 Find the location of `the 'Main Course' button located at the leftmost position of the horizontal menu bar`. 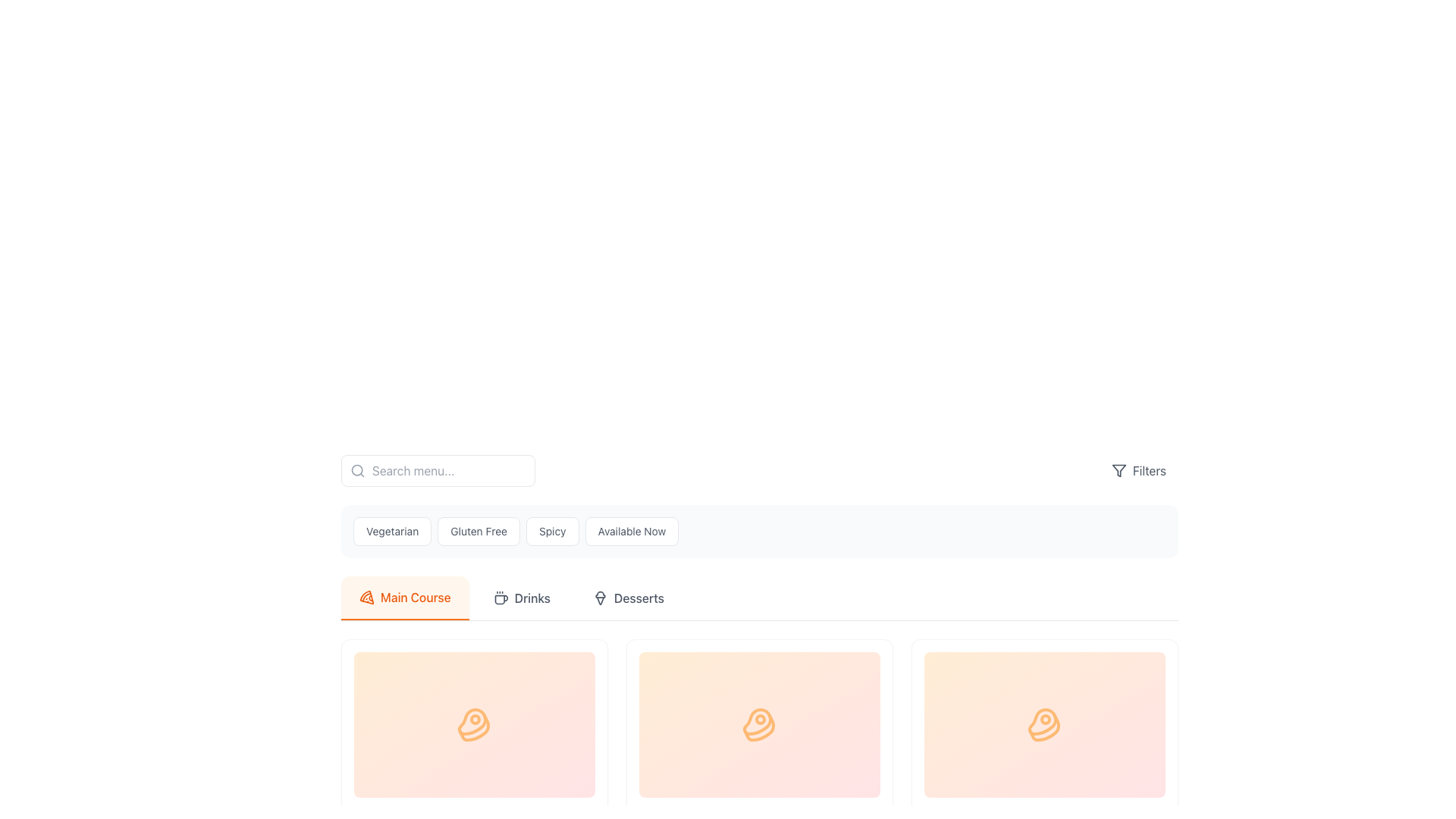

the 'Main Course' button located at the leftmost position of the horizontal menu bar is located at coordinates (405, 598).